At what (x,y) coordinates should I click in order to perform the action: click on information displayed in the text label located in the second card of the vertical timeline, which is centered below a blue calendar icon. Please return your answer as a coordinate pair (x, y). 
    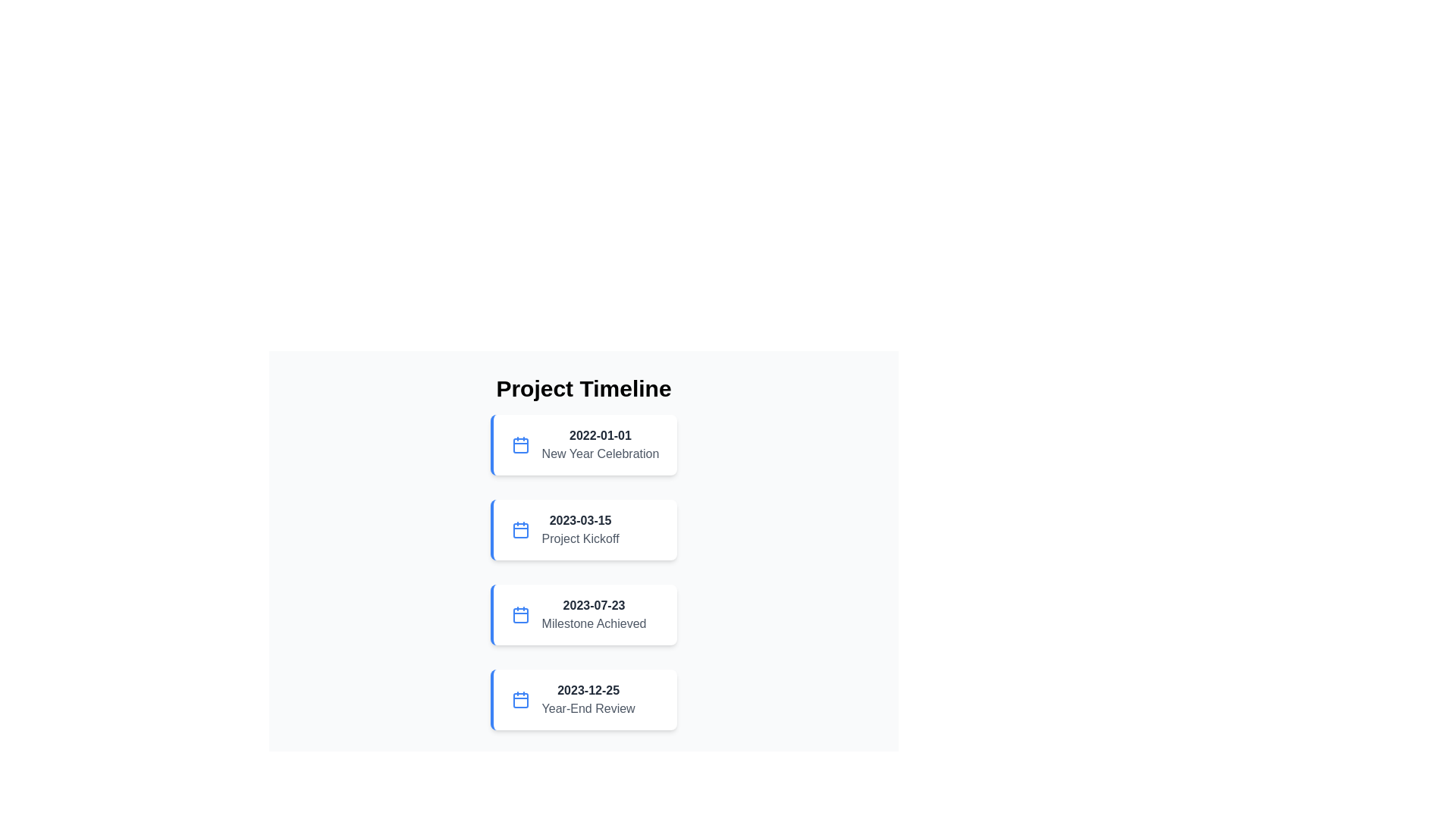
    Looking at the image, I should click on (579, 529).